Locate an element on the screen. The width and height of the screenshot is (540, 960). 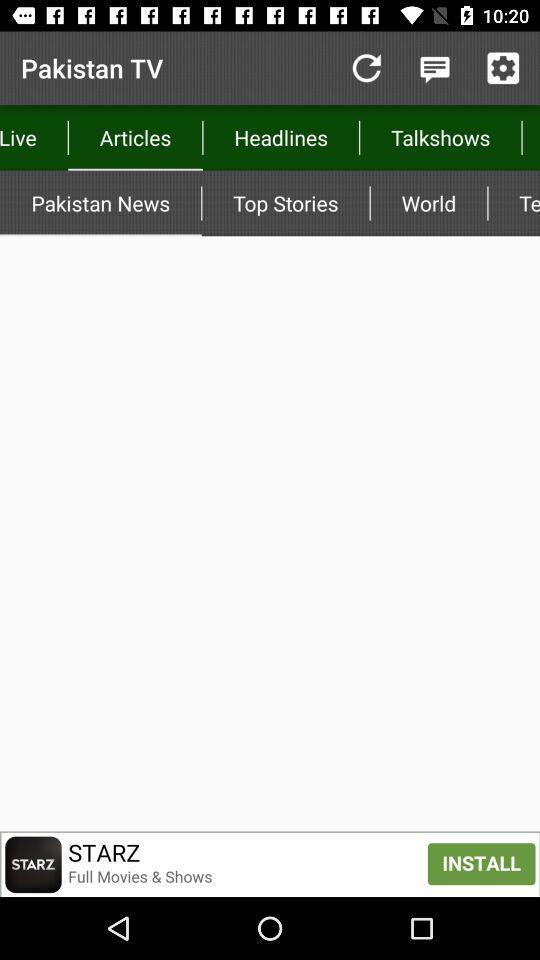
item next to live item is located at coordinates (135, 136).